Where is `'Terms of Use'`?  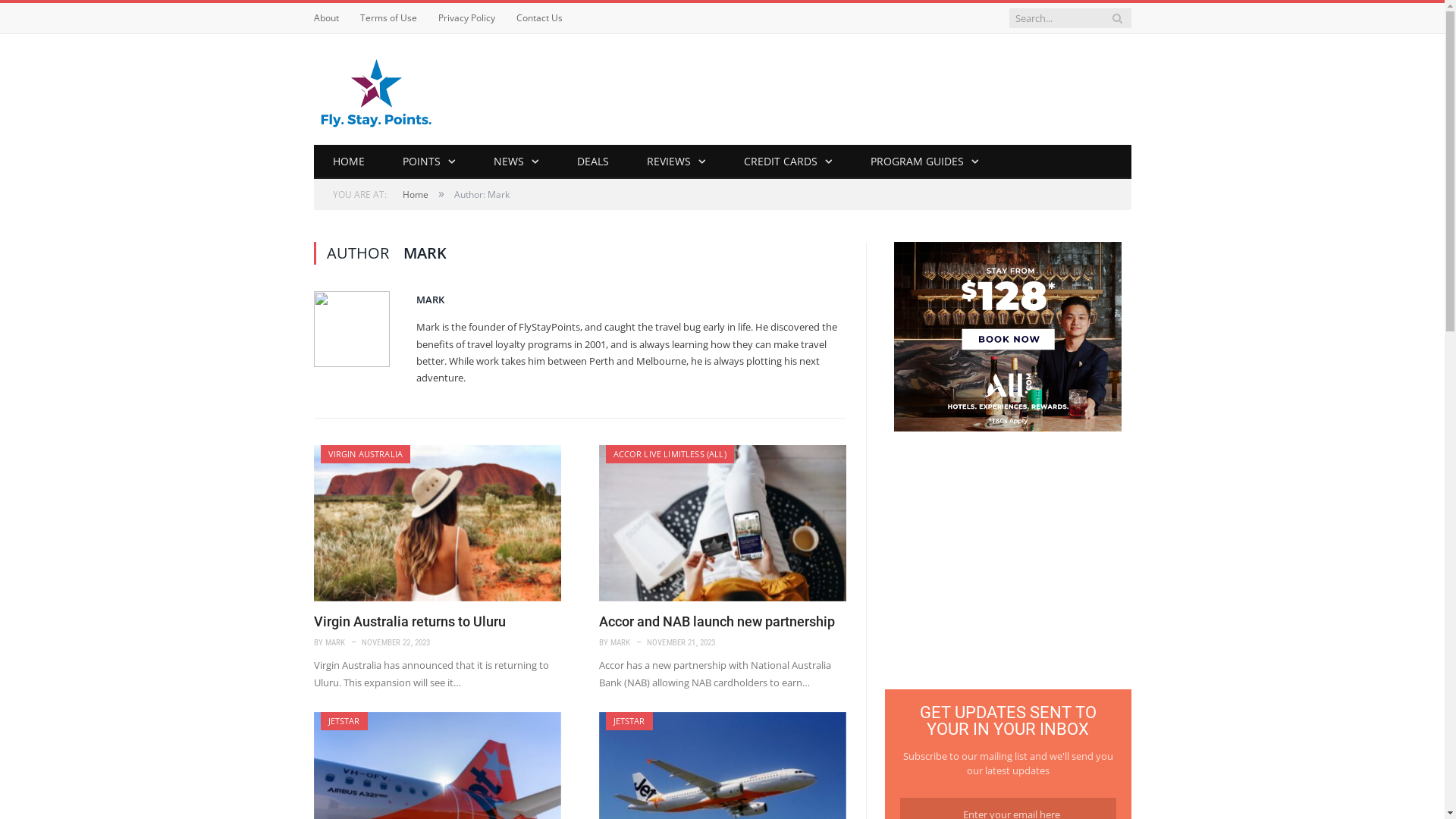
'Terms of Use' is located at coordinates (388, 17).